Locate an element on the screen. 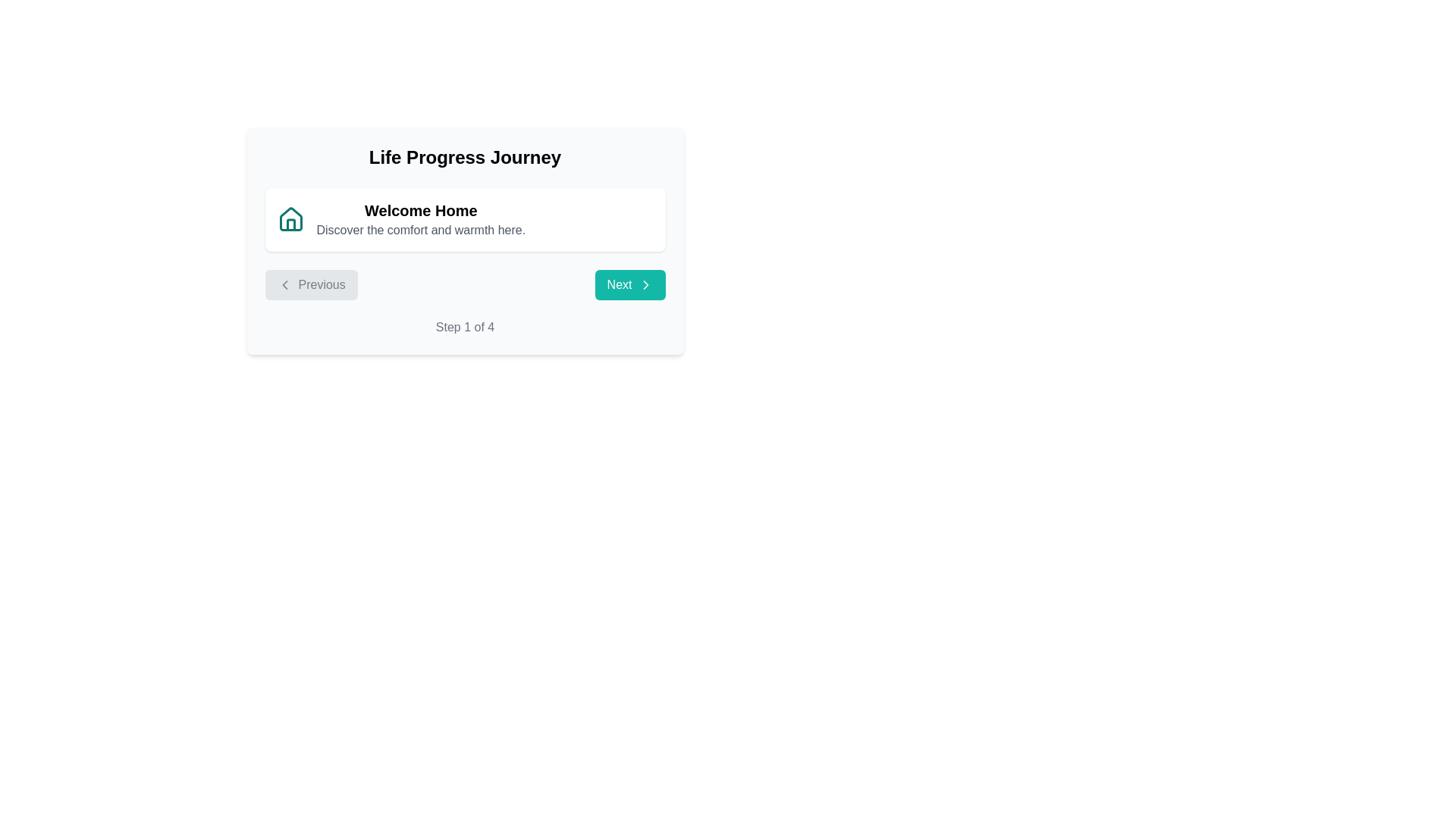  the left-facing chevron icon located to the left of the 'Previous' button in the bottom-left corner of the modal window is located at coordinates (284, 284).